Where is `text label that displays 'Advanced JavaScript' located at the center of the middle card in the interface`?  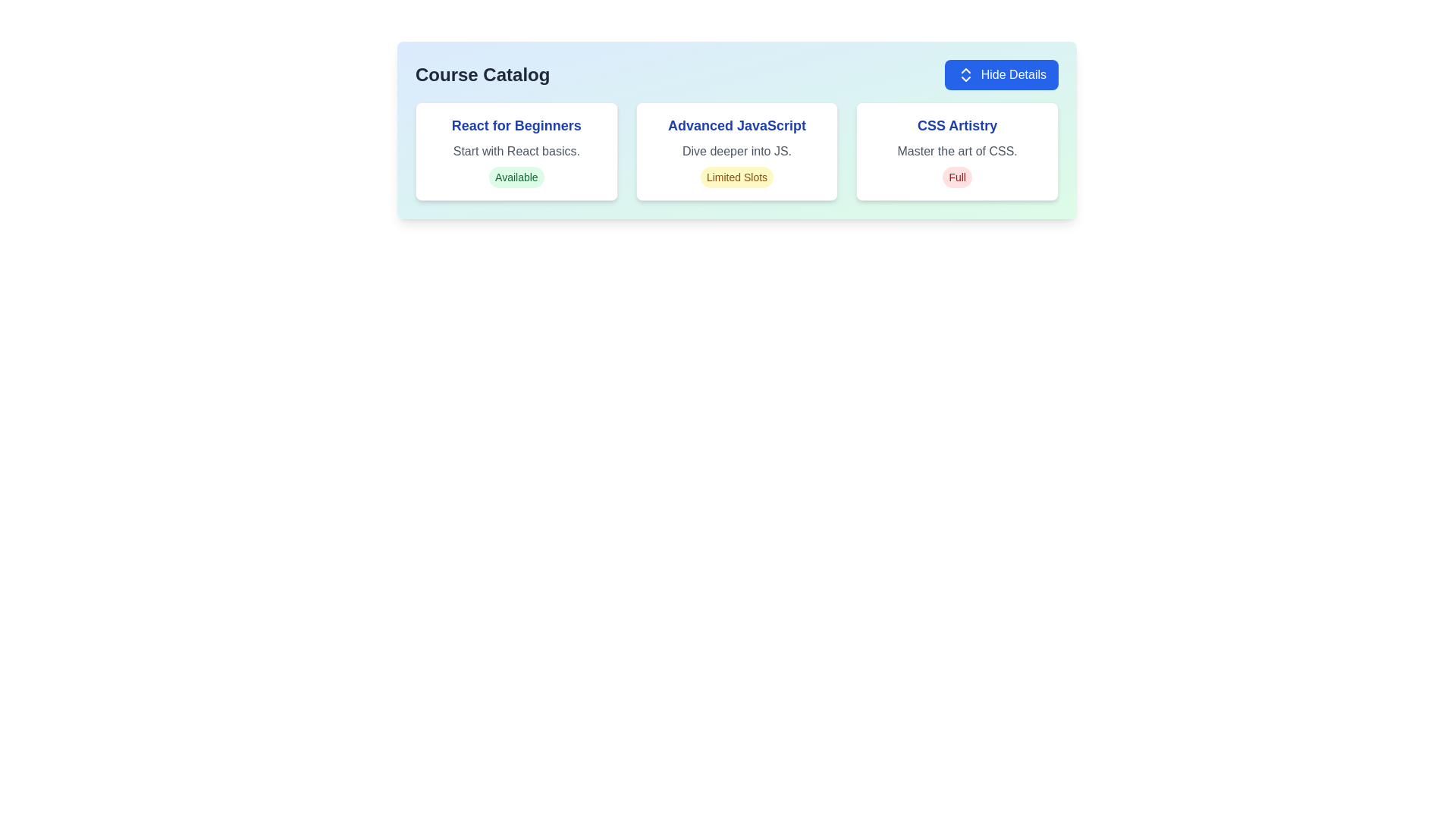 text label that displays 'Advanced JavaScript' located at the center of the middle card in the interface is located at coordinates (736, 124).